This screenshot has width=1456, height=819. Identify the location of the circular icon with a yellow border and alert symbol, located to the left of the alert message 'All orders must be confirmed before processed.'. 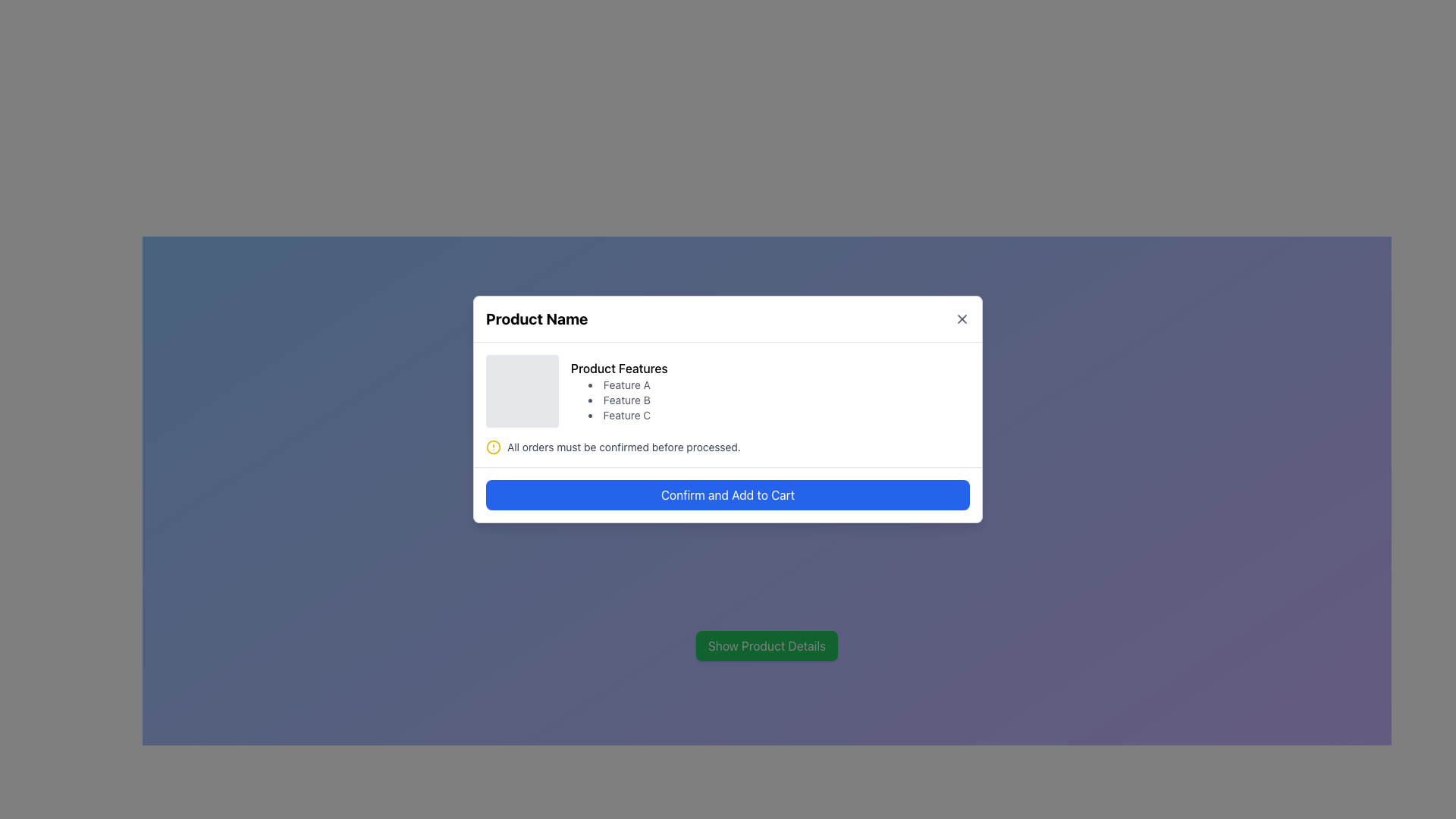
(494, 447).